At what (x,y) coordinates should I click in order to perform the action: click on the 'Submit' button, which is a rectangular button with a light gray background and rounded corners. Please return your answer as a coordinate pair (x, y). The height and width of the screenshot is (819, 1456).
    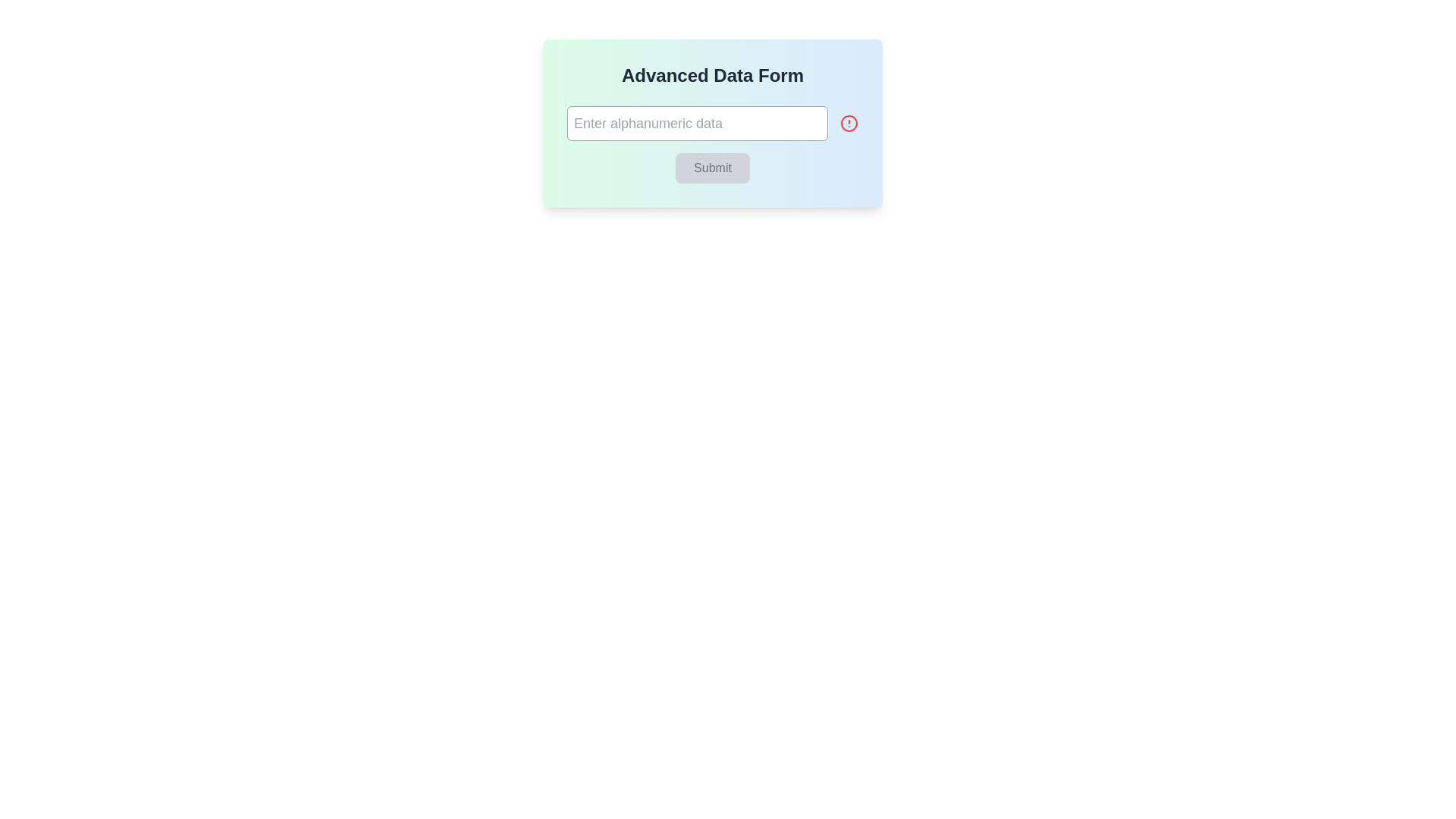
    Looking at the image, I should click on (712, 168).